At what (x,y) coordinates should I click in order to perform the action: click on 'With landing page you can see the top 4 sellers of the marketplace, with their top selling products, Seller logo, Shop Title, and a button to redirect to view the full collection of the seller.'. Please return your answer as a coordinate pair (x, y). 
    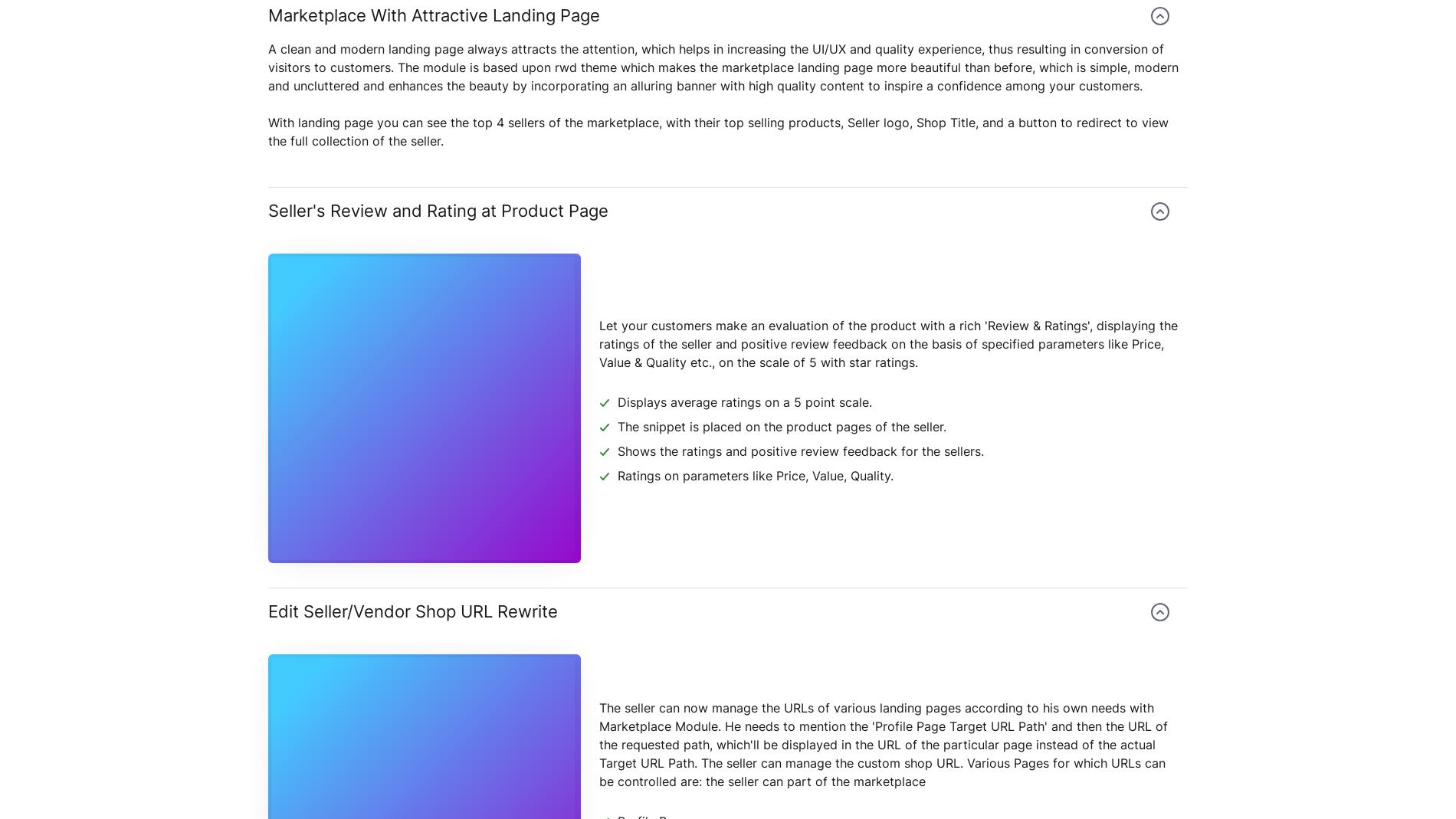
    Looking at the image, I should click on (717, 132).